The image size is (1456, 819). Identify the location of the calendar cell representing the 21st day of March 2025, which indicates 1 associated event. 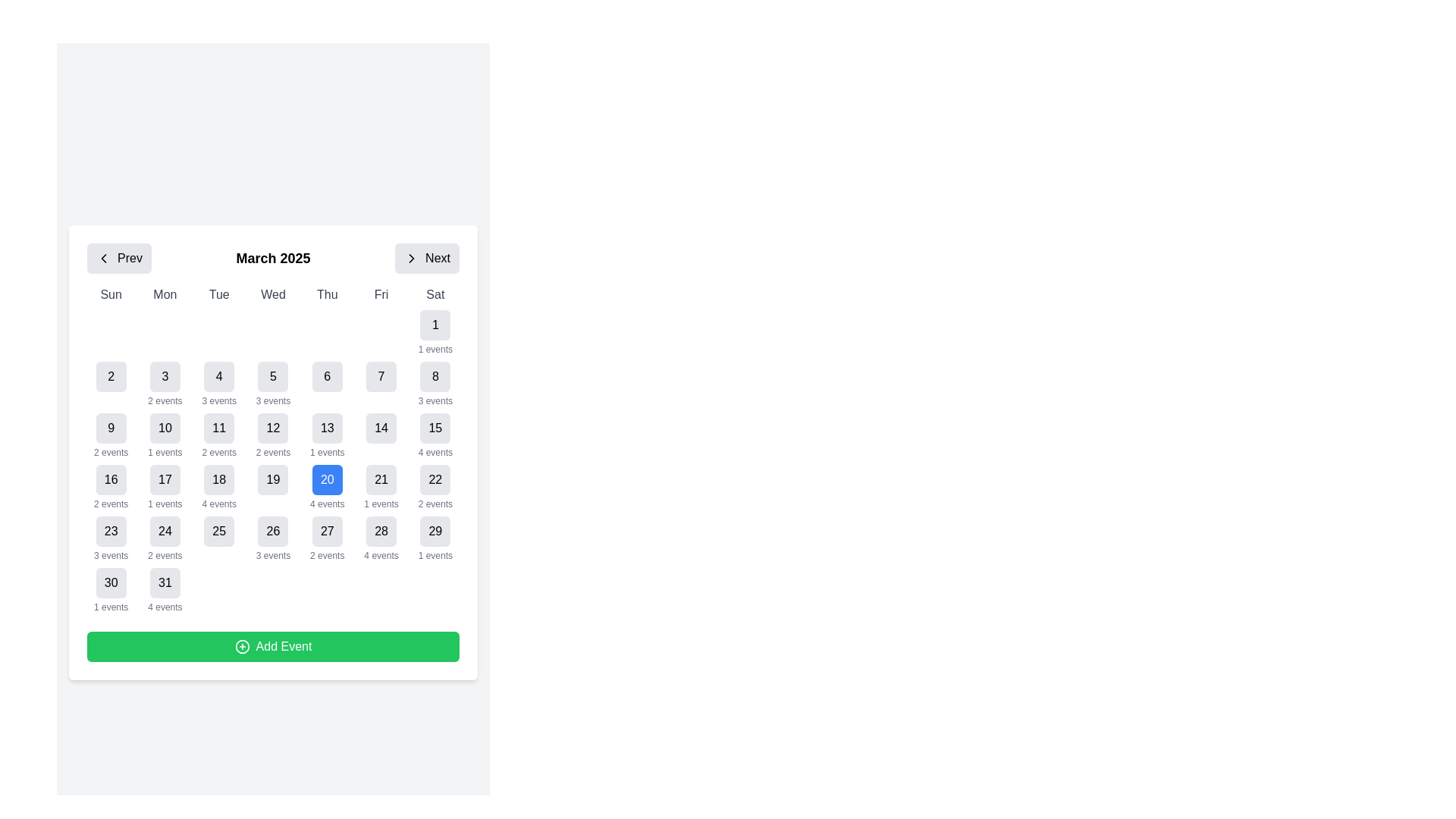
(381, 488).